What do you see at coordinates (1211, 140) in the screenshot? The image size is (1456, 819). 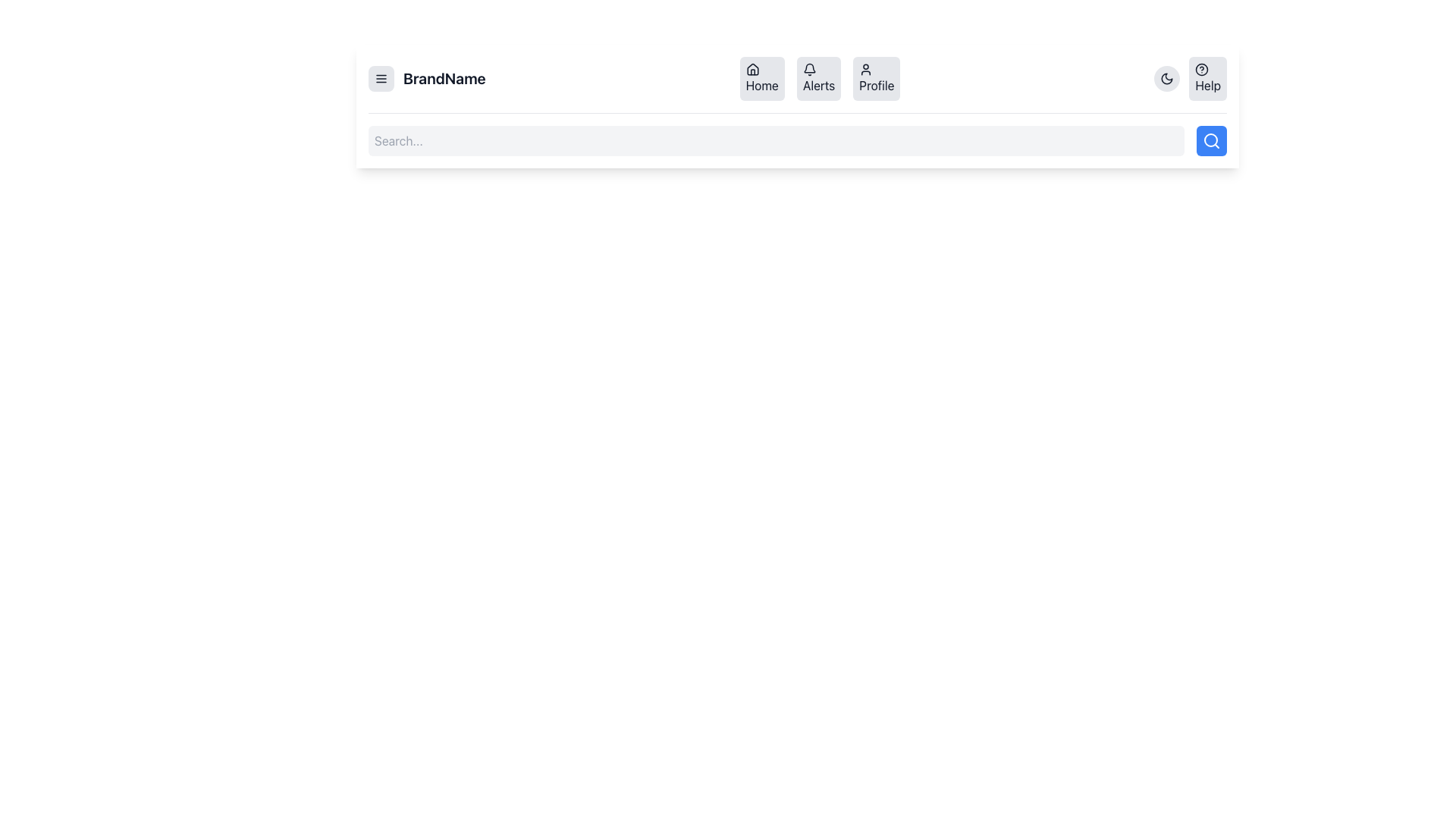 I see `the small rounded rectangular button with a blue background and a white magnifying glass icon` at bounding box center [1211, 140].